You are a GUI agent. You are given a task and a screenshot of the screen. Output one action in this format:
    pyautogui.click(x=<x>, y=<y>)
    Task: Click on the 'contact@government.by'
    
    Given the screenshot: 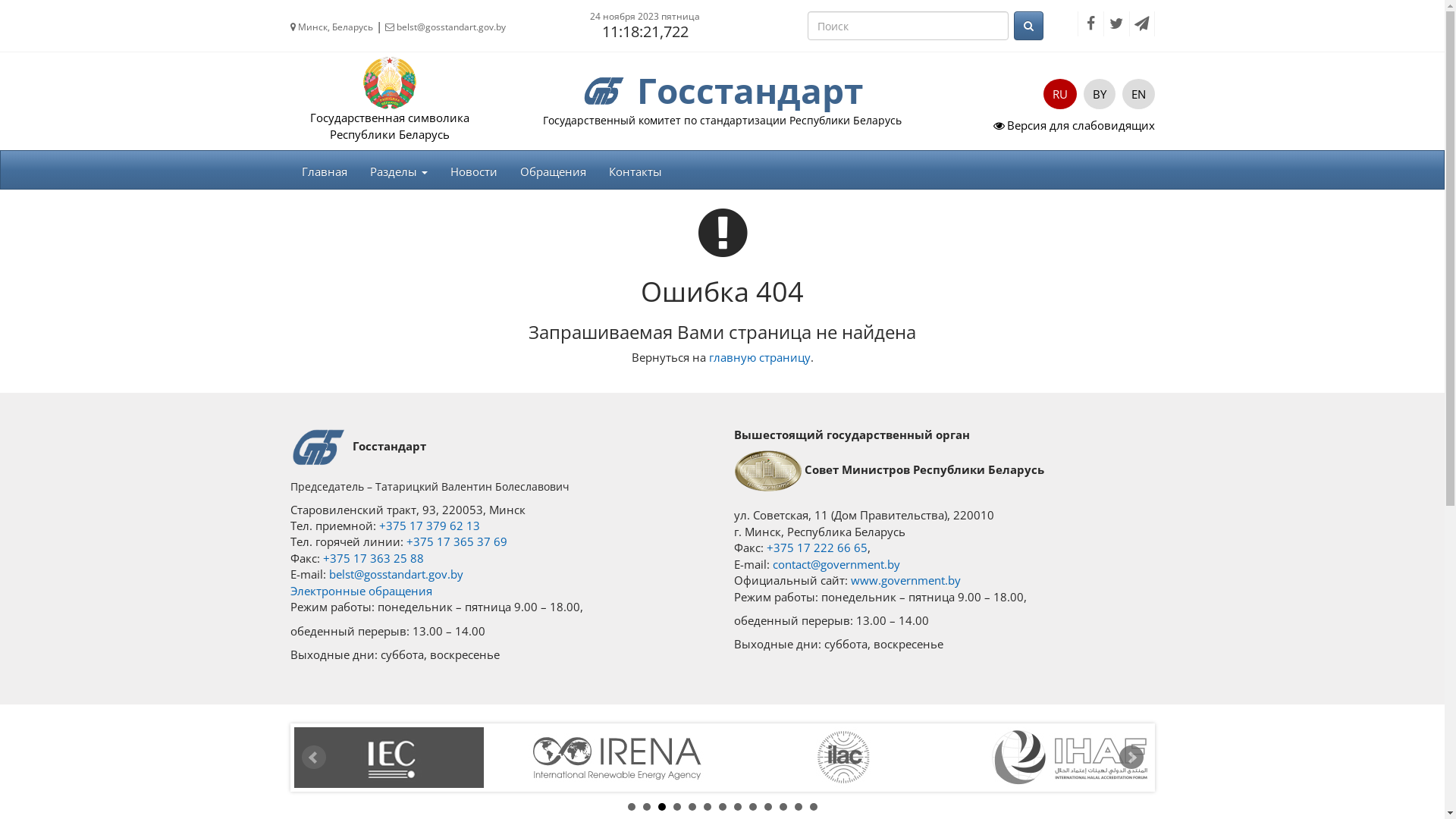 What is the action you would take?
    pyautogui.click(x=833, y=564)
    